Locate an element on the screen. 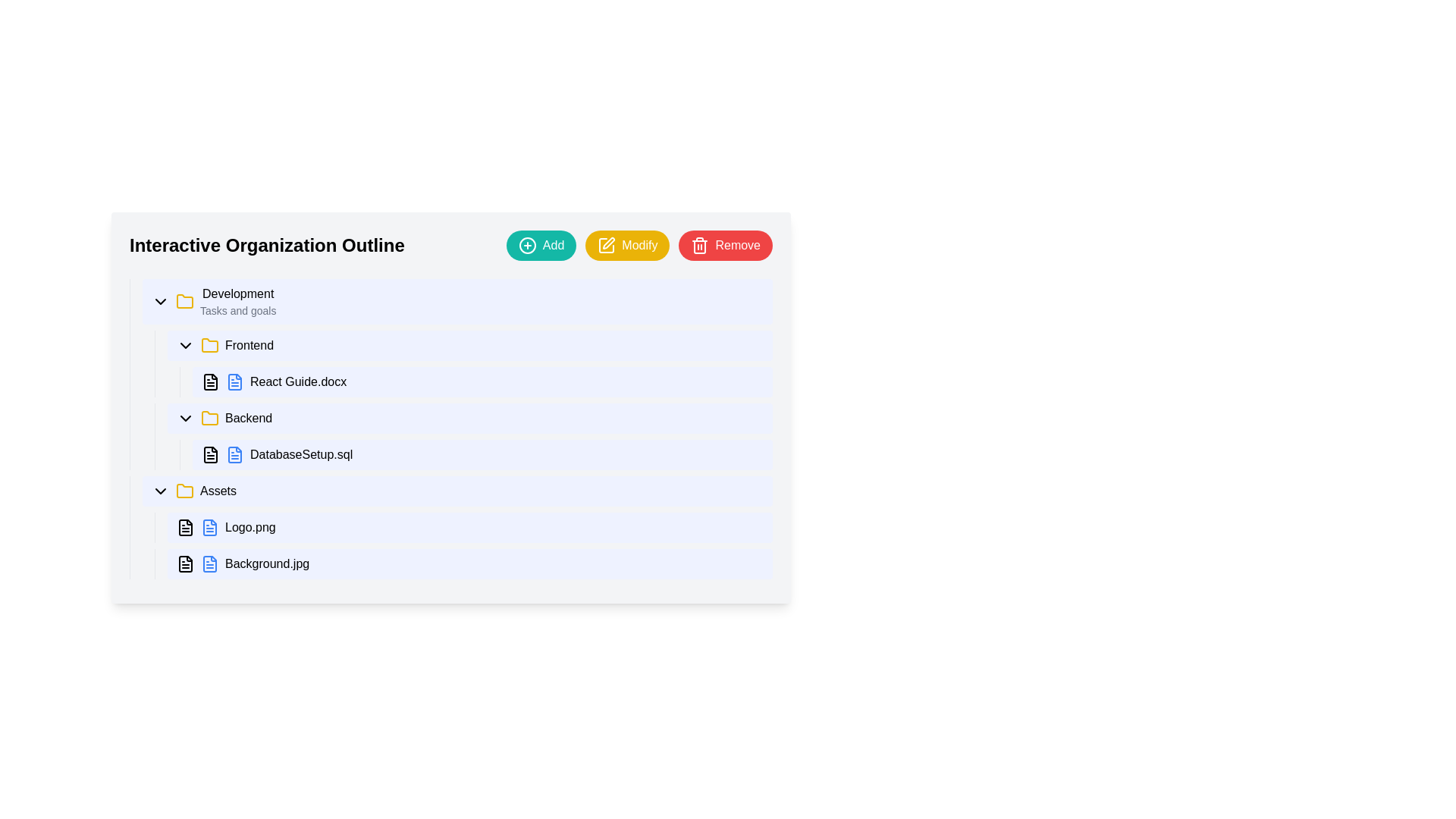 Image resolution: width=1456 pixels, height=819 pixels. the document icon resembling a file with a folded corner that is located under 'Frontend' preceding 'React Guide.docx' is located at coordinates (210, 381).